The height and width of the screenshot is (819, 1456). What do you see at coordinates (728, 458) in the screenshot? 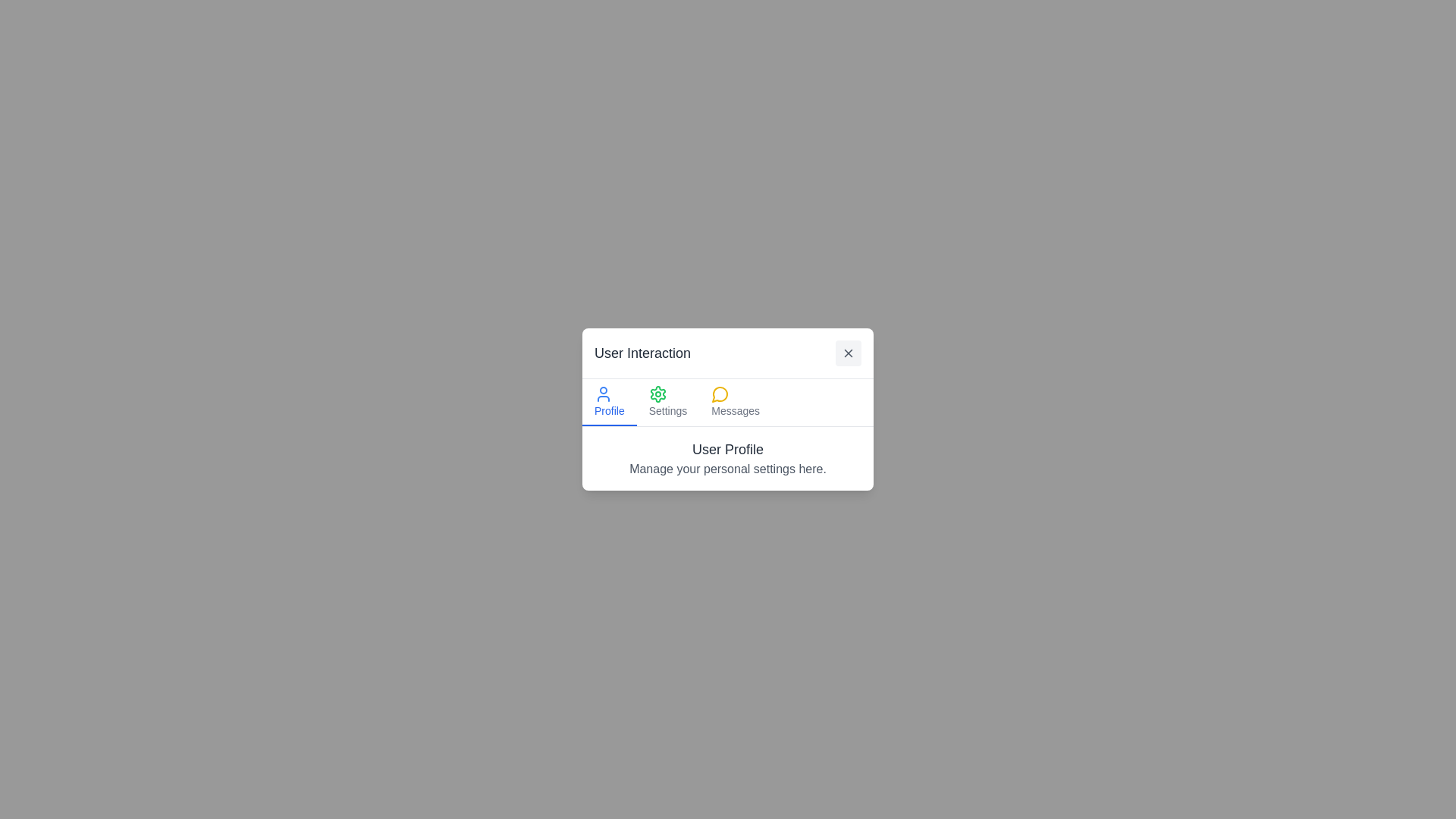
I see `the header and description section that introduces the 'User Profile' functionality, located at the bottom of the 'User Interaction' popup` at bounding box center [728, 458].